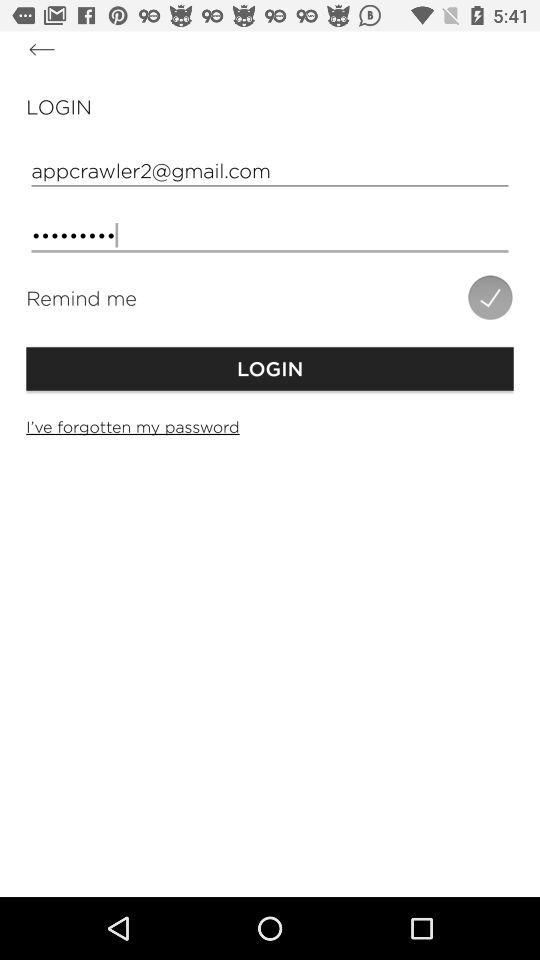 The height and width of the screenshot is (960, 540). What do you see at coordinates (270, 235) in the screenshot?
I see `the crowd3116 icon` at bounding box center [270, 235].